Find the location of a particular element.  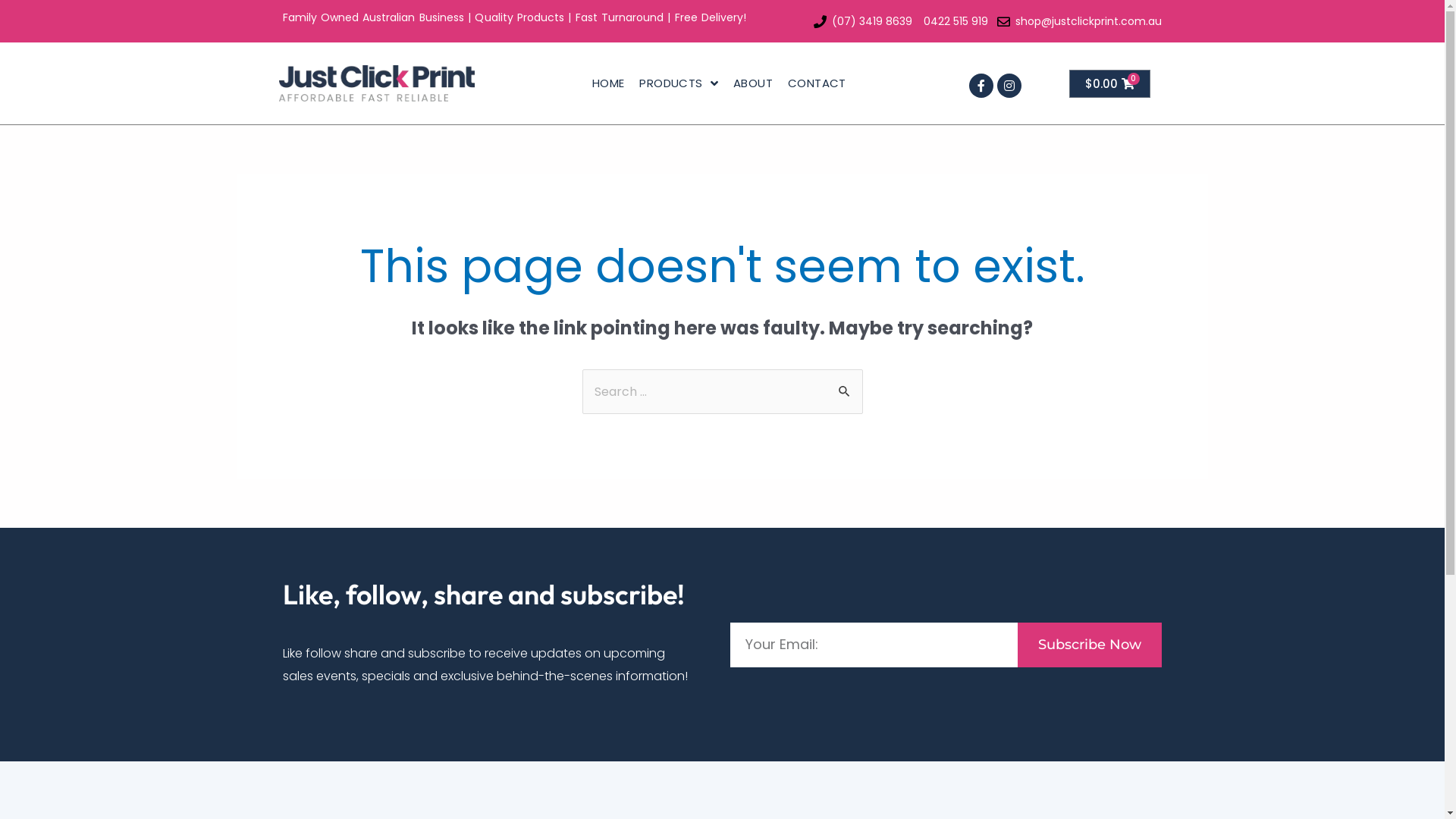

'$0.00 is located at coordinates (1109, 83).